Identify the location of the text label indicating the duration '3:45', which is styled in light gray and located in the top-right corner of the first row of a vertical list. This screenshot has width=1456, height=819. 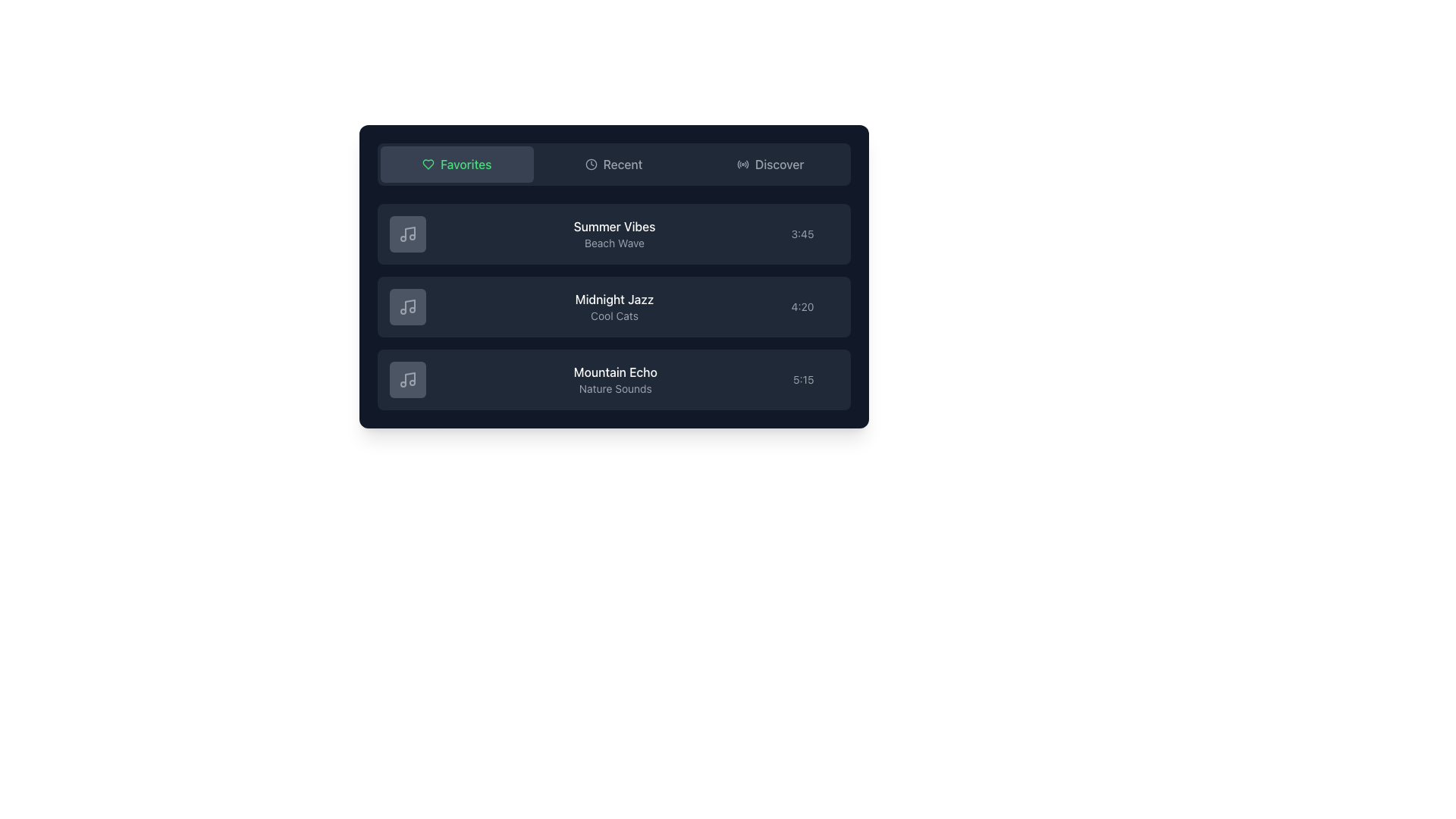
(802, 234).